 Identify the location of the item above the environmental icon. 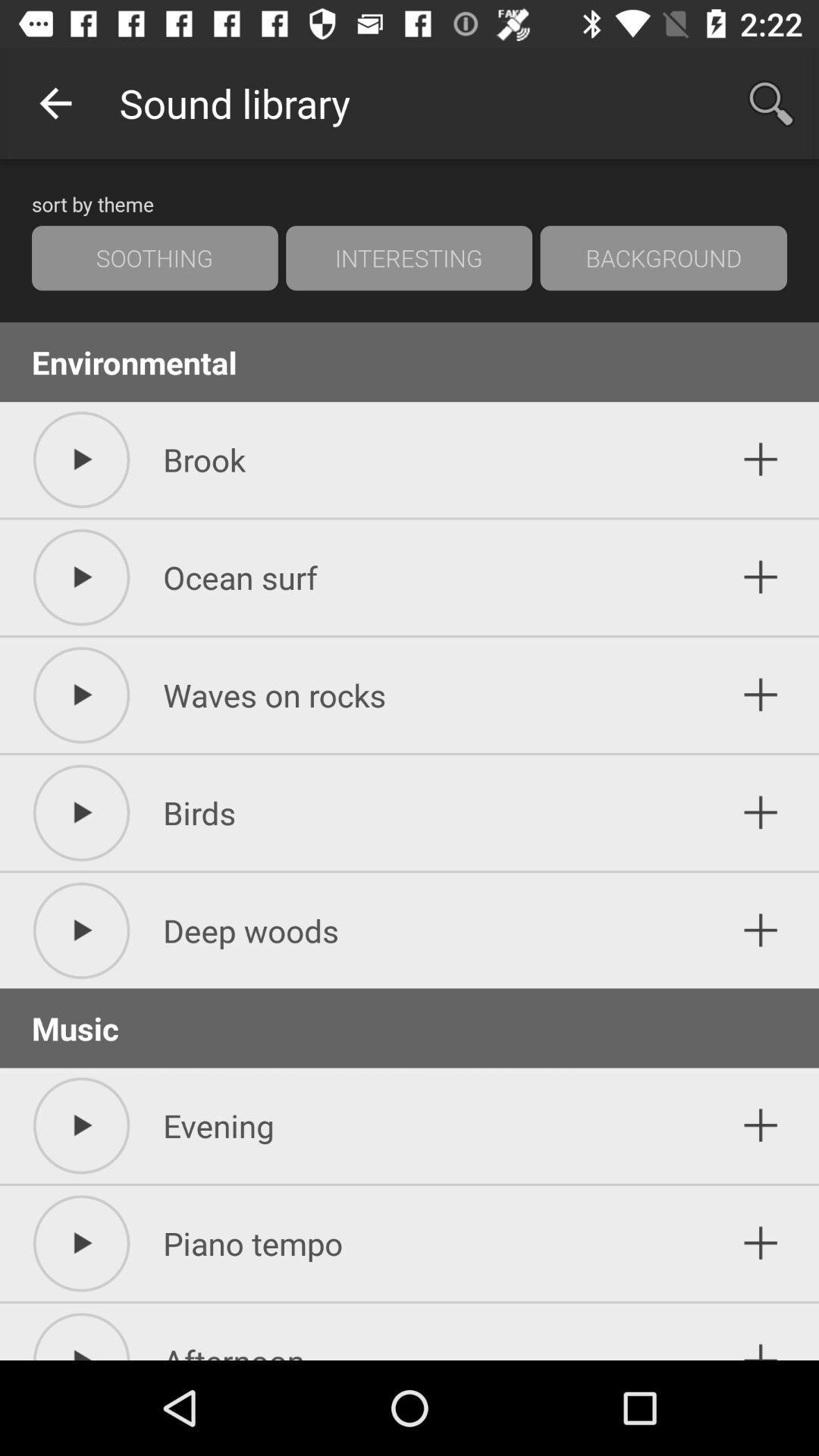
(663, 258).